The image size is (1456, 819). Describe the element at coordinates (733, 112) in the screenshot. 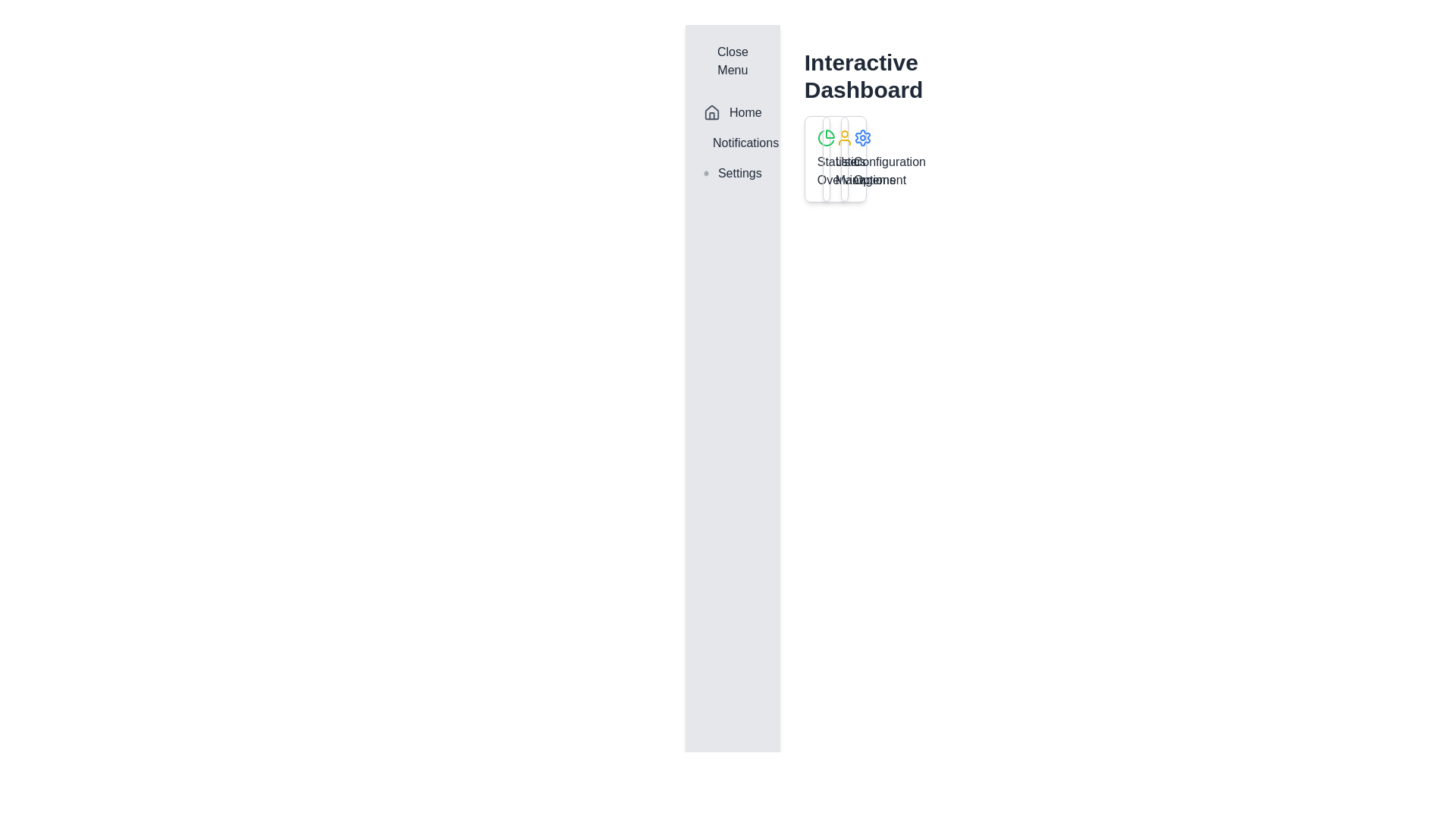

I see `the first item in the vertical list of the Navigation menu` at that location.